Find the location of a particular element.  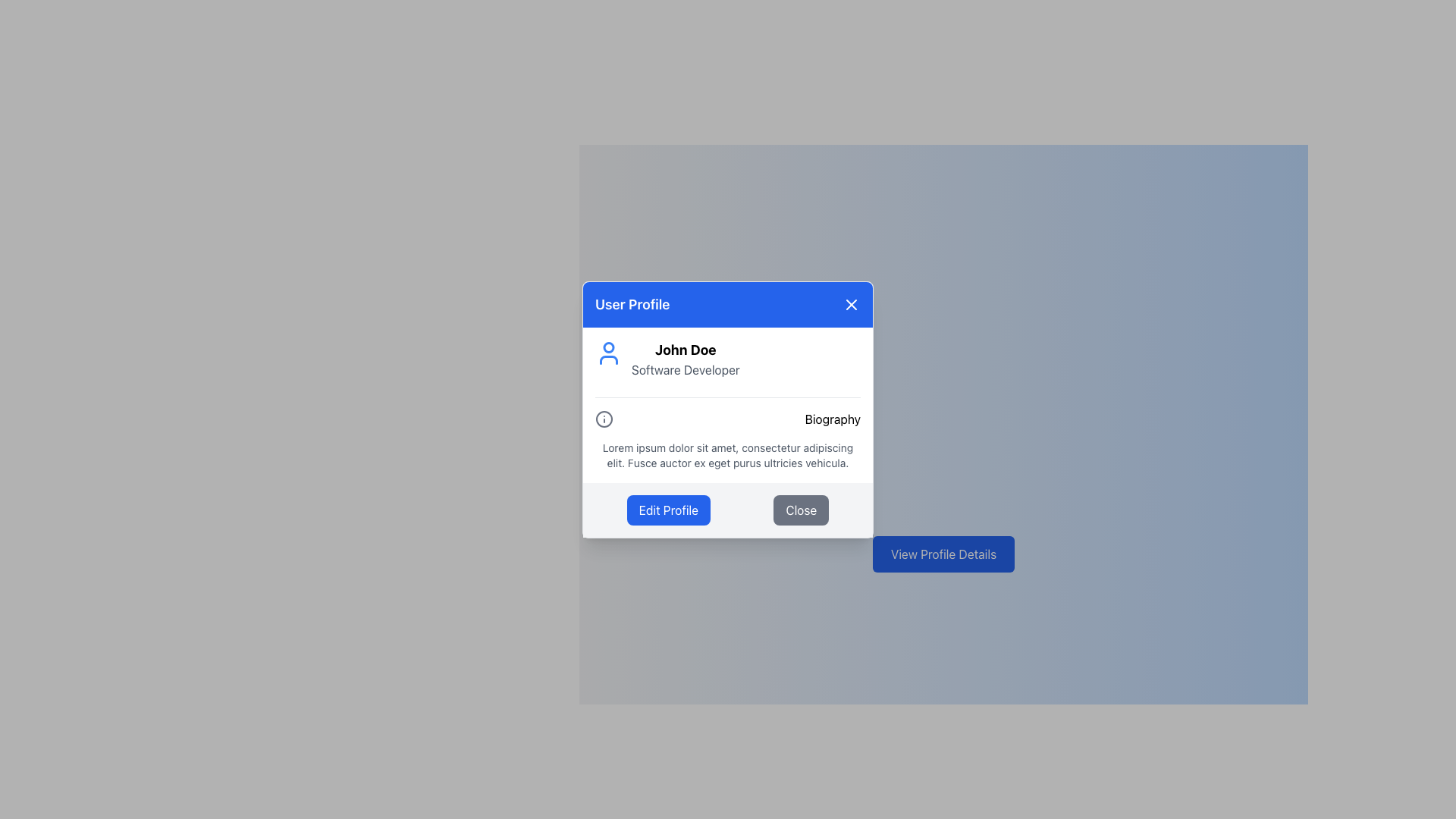

the text block displaying 'Lorem ipsum dolor sit amet, consectetur adipiscing elit. Fusce auctor ex eget purus ultricies vehicula.' located in the lower portion of the 'Biography' section of the user profile card is located at coordinates (728, 454).